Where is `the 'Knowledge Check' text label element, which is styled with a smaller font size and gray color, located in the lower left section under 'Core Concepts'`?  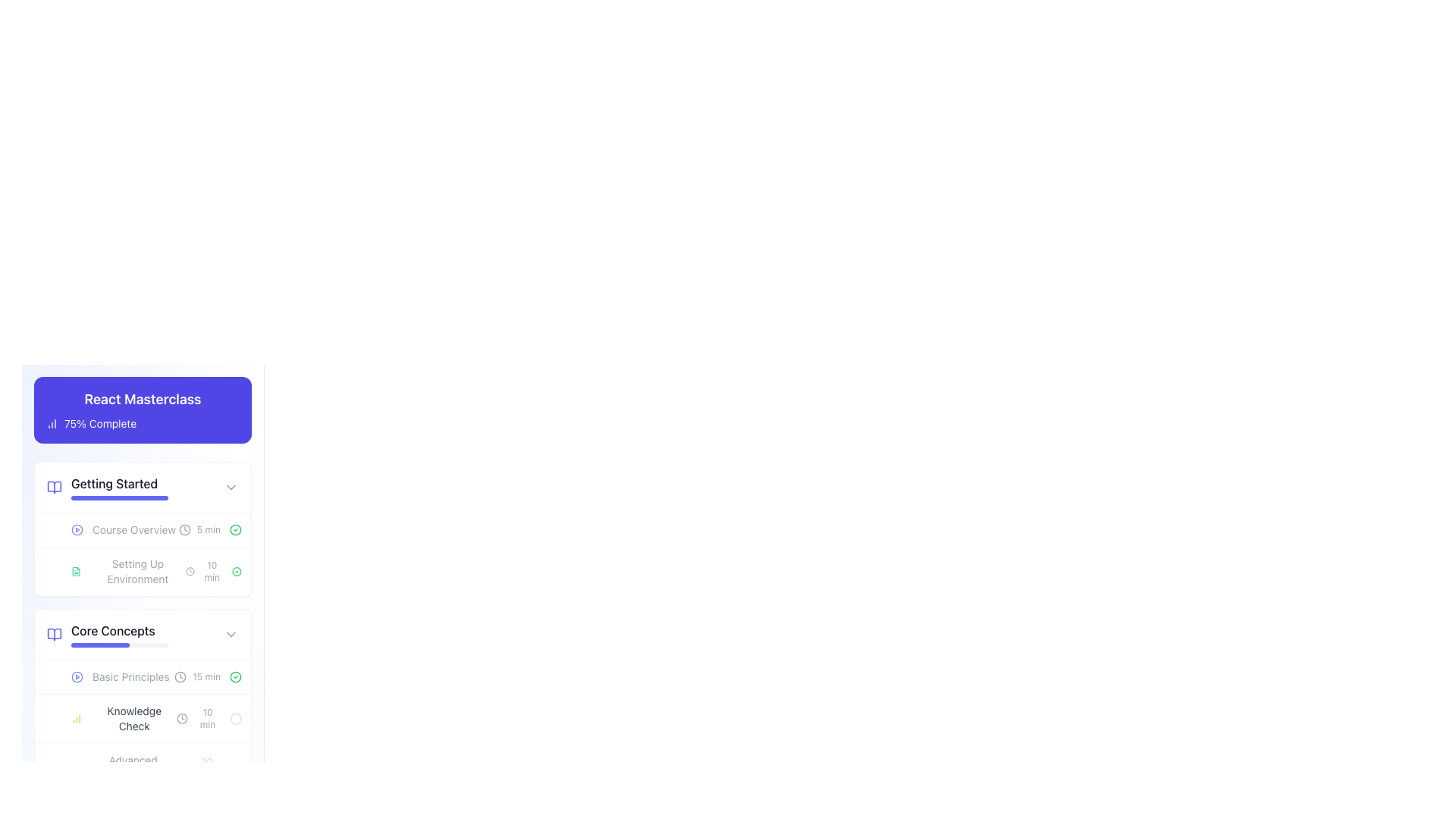 the 'Knowledge Check' text label element, which is styled with a smaller font size and gray color, located in the lower left section under 'Core Concepts' is located at coordinates (134, 718).